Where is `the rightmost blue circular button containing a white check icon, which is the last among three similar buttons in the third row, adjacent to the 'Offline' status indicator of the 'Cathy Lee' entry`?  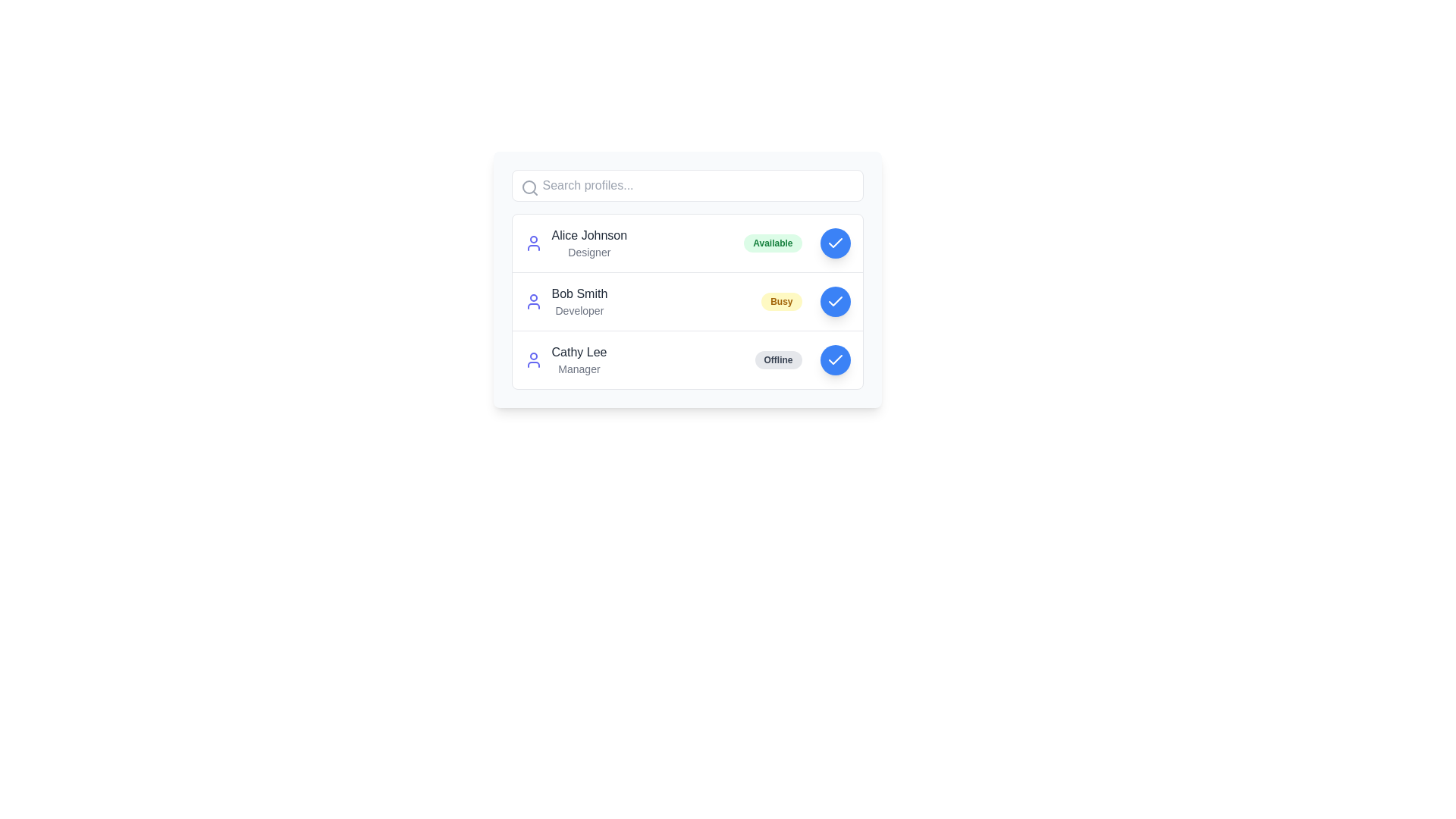
the rightmost blue circular button containing a white check icon, which is the last among three similar buttons in the third row, adjacent to the 'Offline' status indicator of the 'Cathy Lee' entry is located at coordinates (834, 359).